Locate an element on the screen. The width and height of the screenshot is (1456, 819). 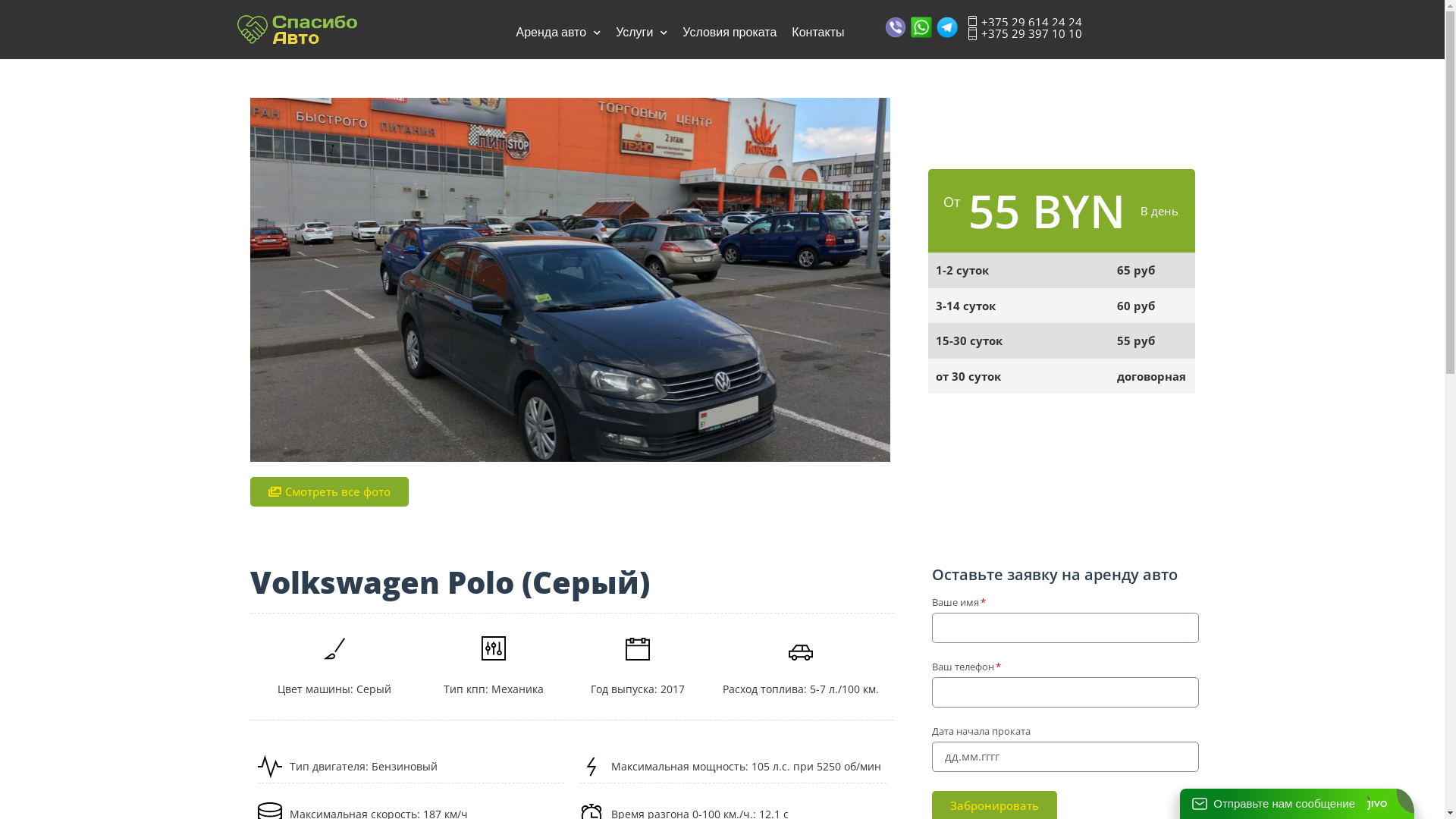
'+375 29 614 24 24' is located at coordinates (1024, 22).